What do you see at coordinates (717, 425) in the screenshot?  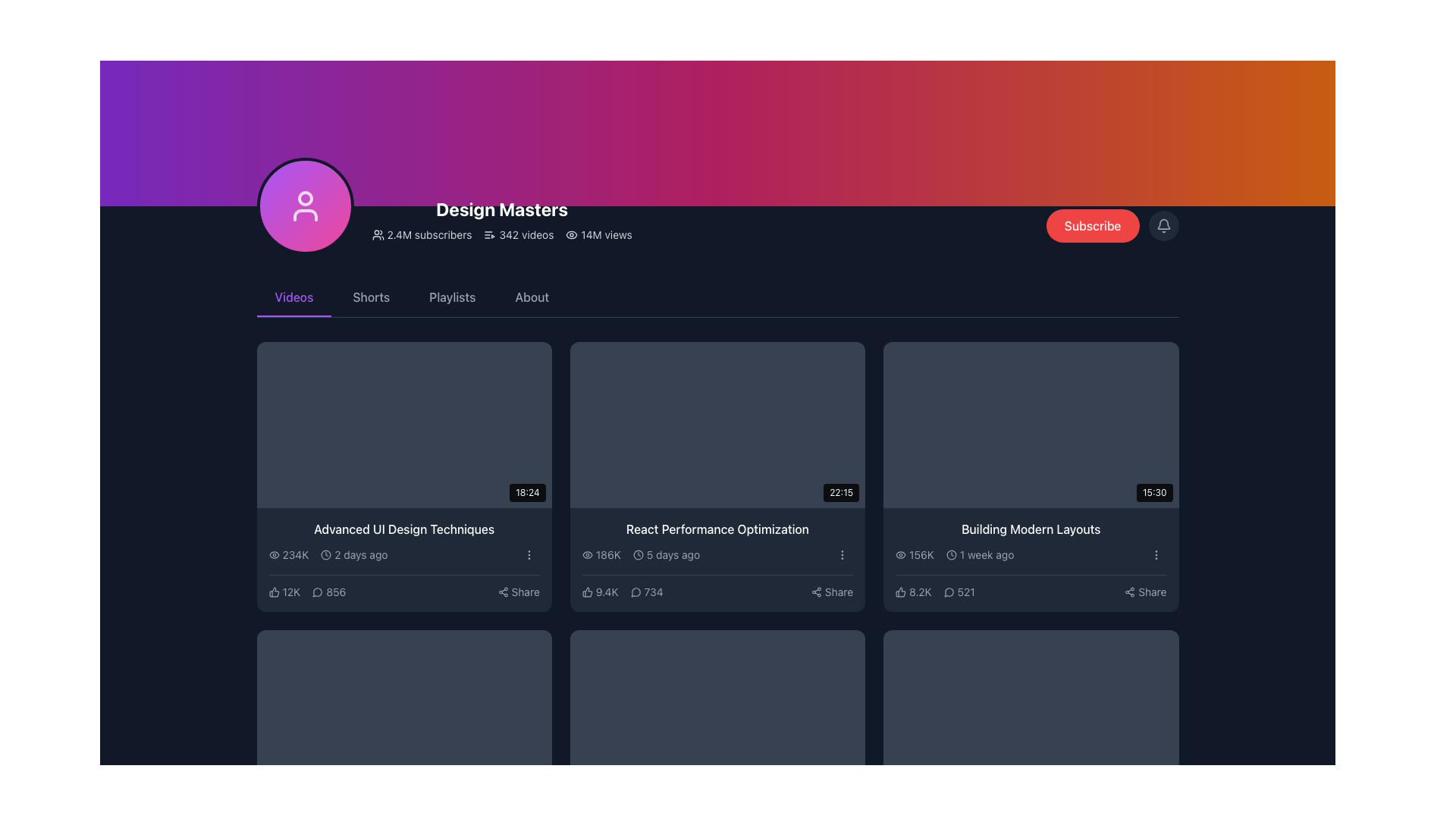 I see `the play button located at the center of the second card in the first row under the 'Videos' tab` at bounding box center [717, 425].